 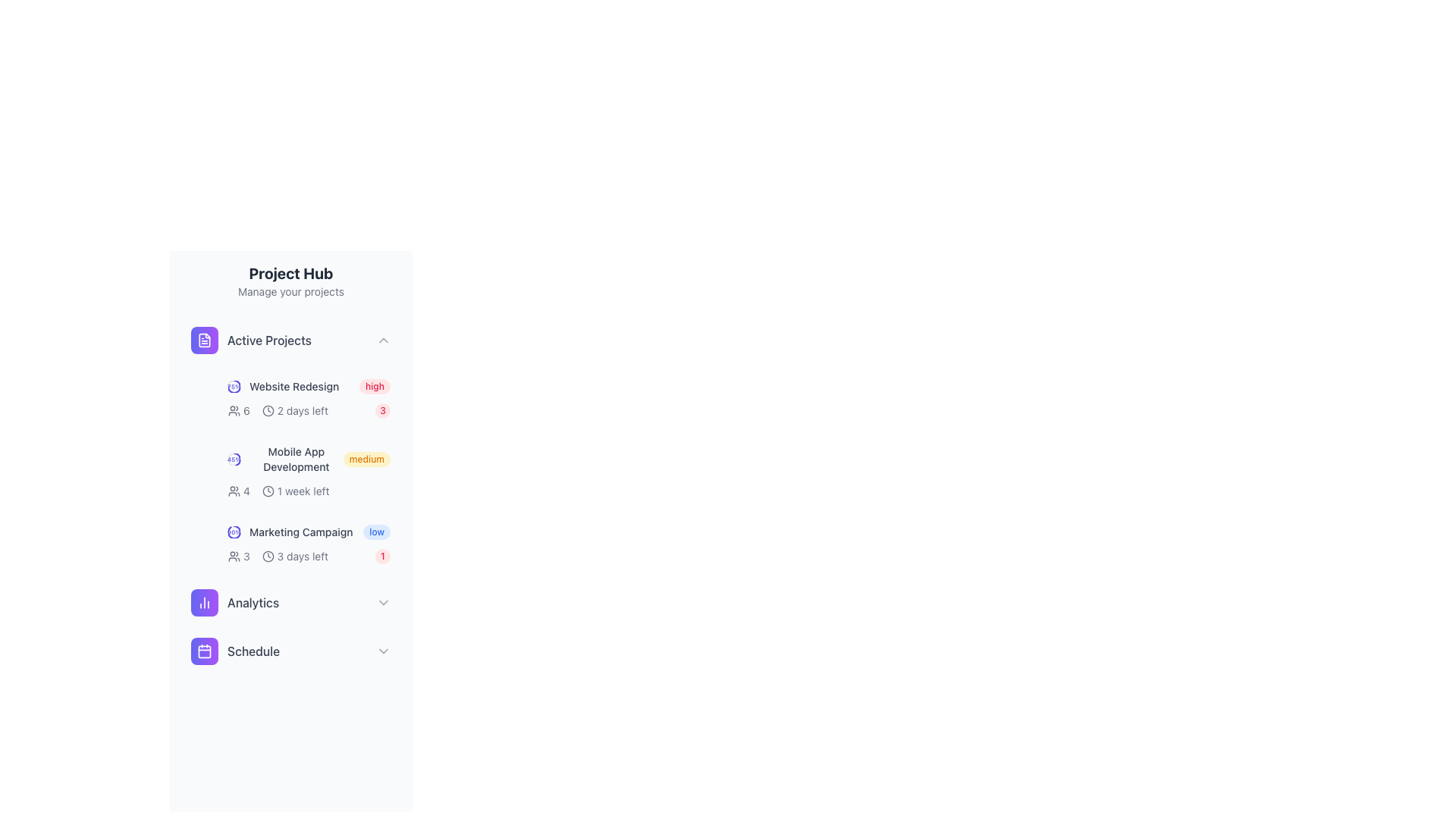 I want to click on the menu item located below the active projects list and above the 'Schedule' menu item, so click(x=291, y=601).